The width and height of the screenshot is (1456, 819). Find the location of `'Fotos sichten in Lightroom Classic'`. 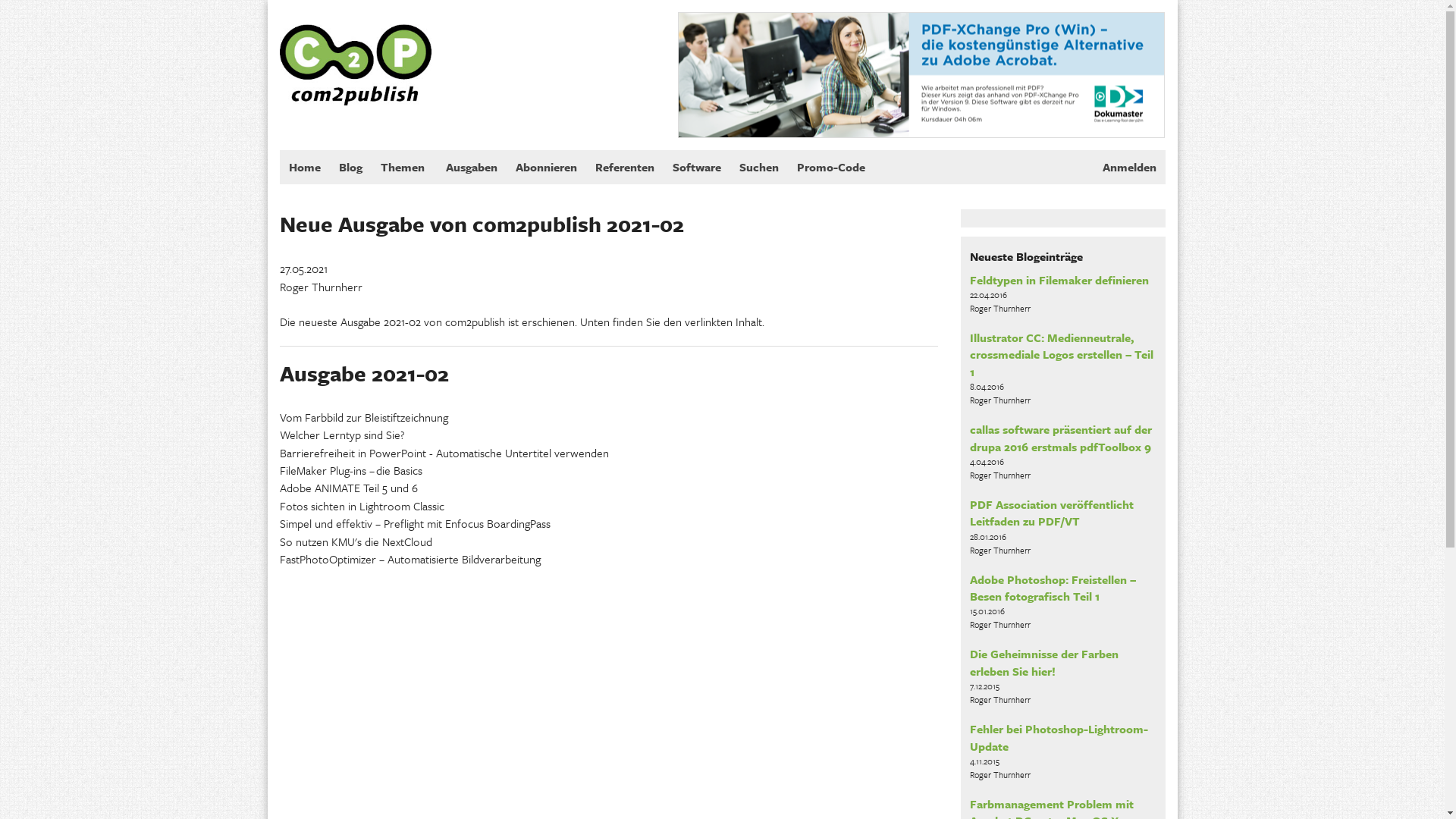

'Fotos sichten in Lightroom Classic' is located at coordinates (360, 506).